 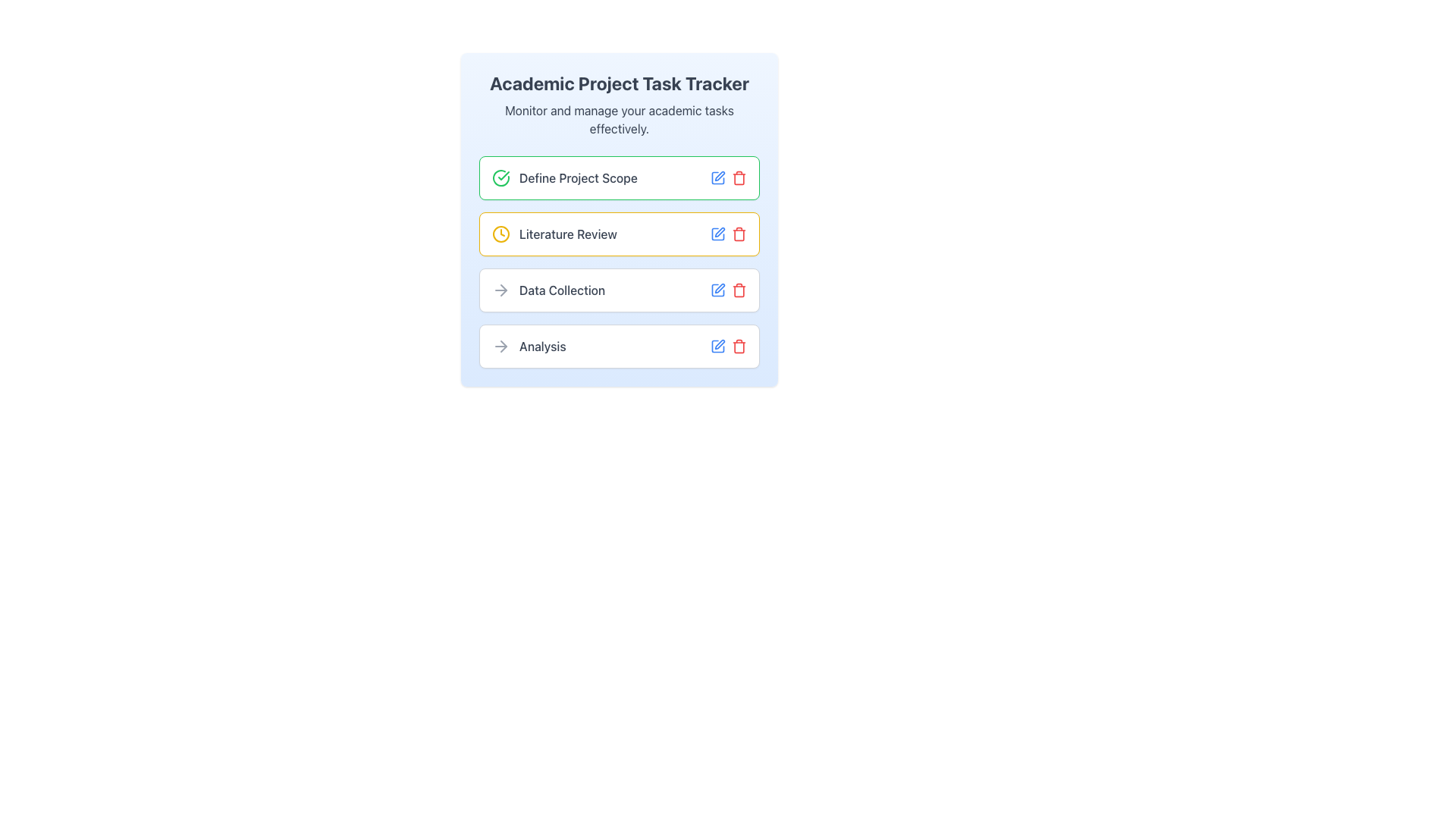 I want to click on the Text Label displaying 'Academic Project Task Tracker', which is a prominent bold heading at the top of the task-related information panel, so click(x=619, y=83).